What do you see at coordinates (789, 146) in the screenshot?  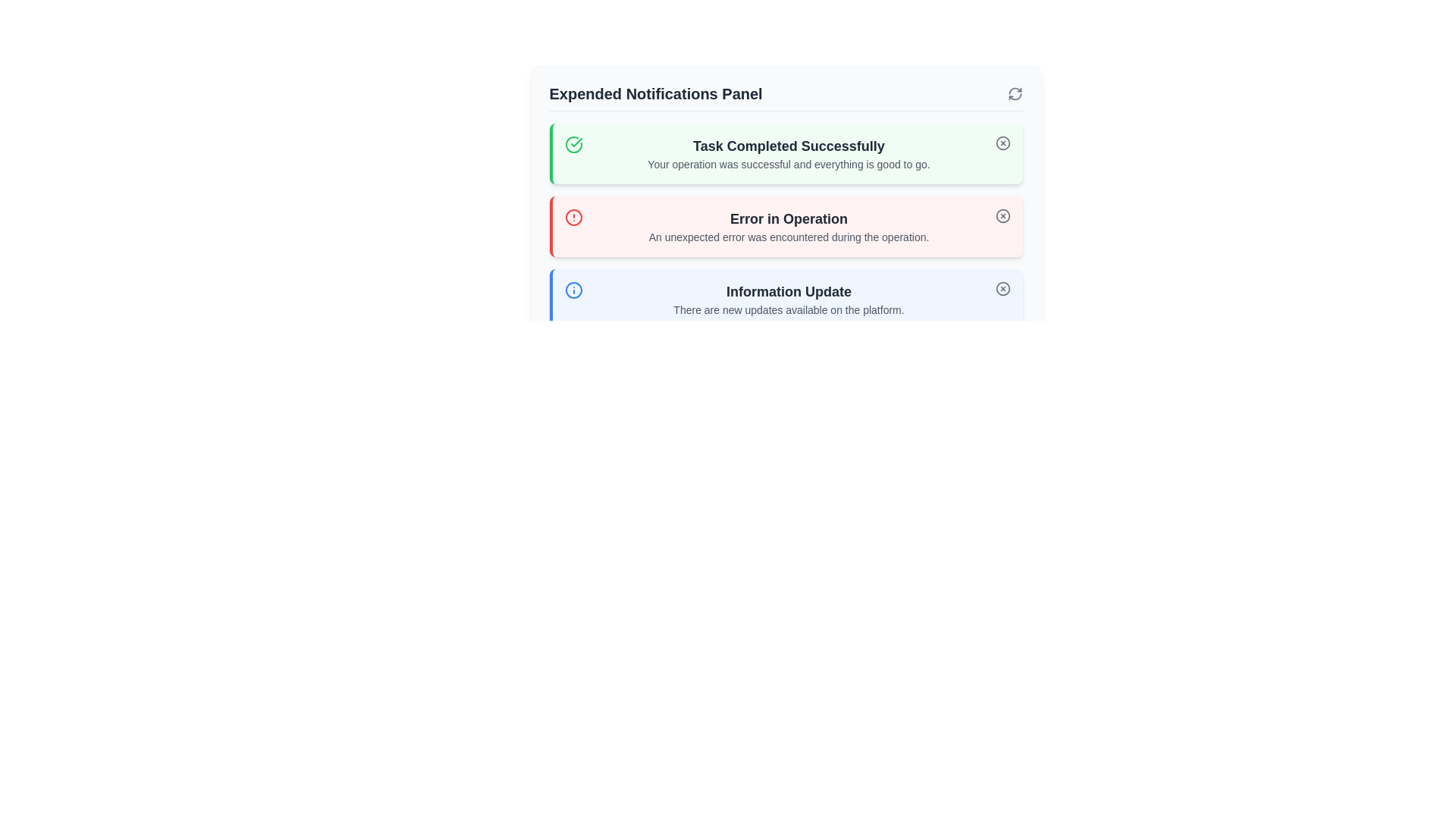 I see `success message from the Text Label located in the uppermost notification panel, which indicates that a task has been completed successfully` at bounding box center [789, 146].